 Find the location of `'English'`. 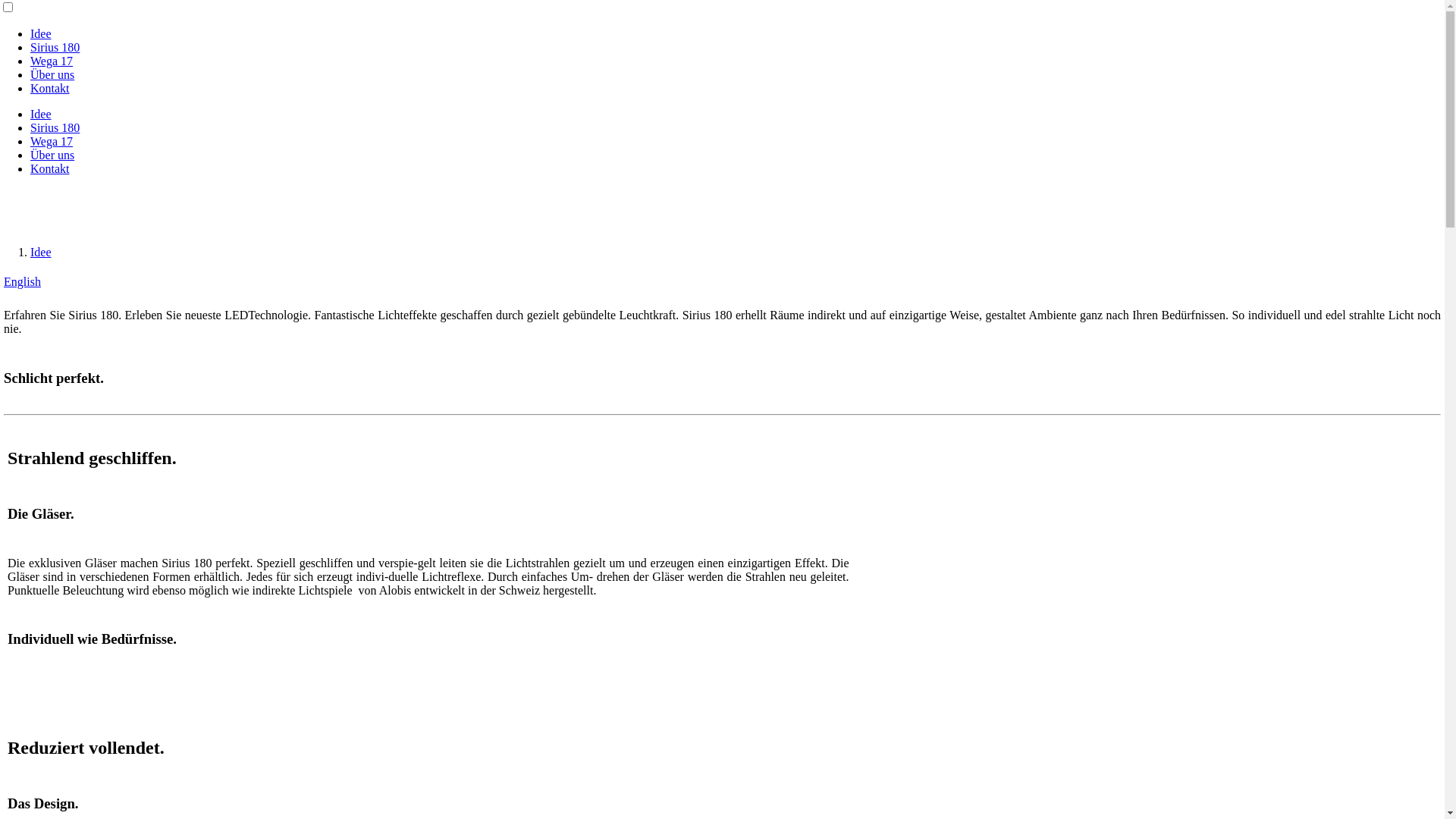

'English' is located at coordinates (22, 281).